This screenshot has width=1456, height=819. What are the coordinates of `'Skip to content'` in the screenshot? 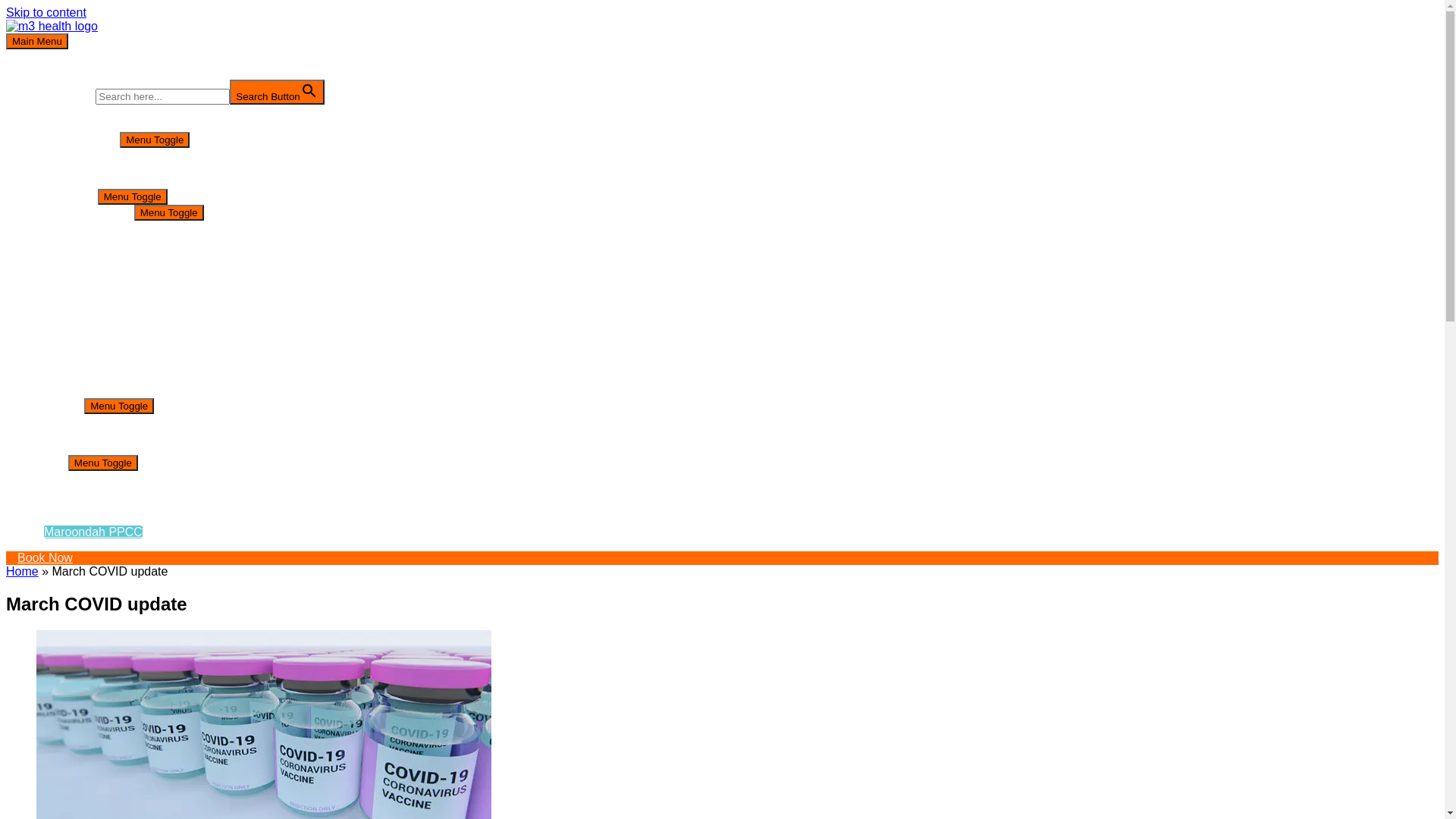 It's located at (46, 12).